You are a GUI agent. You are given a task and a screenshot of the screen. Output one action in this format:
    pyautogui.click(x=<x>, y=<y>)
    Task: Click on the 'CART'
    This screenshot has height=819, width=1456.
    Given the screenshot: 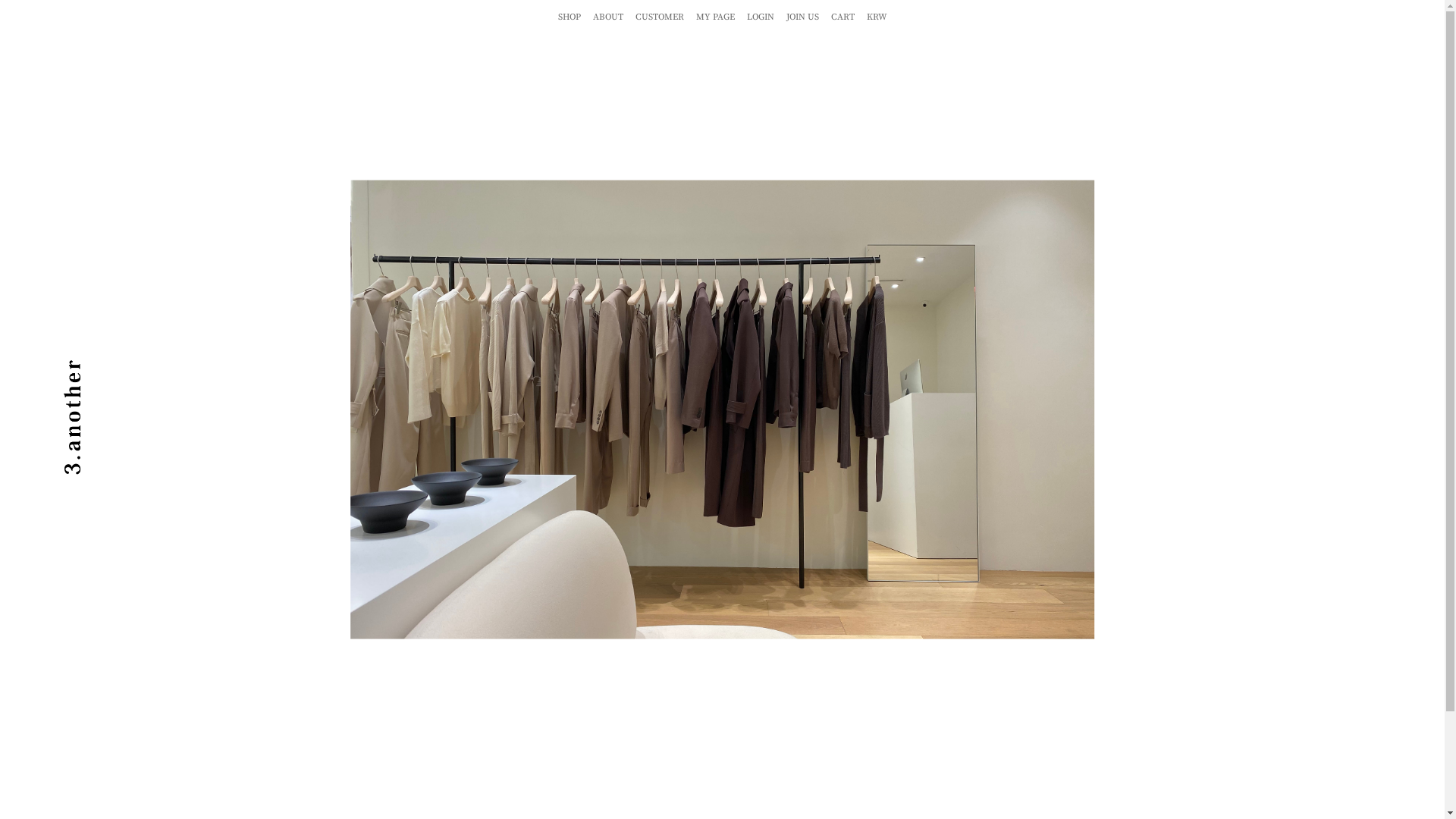 What is the action you would take?
    pyautogui.click(x=842, y=17)
    